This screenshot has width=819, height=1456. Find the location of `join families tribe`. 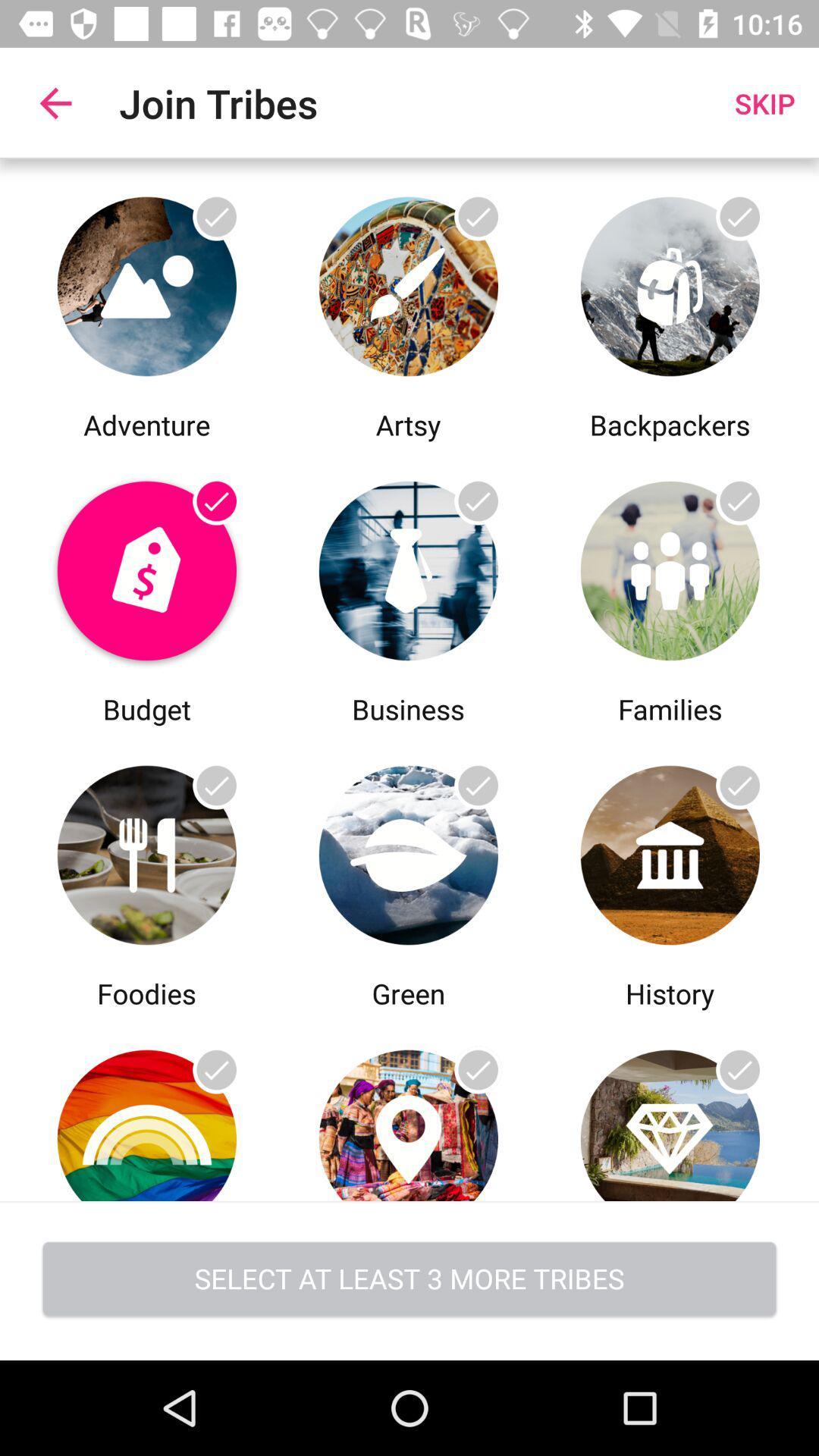

join families tribe is located at coordinates (669, 566).